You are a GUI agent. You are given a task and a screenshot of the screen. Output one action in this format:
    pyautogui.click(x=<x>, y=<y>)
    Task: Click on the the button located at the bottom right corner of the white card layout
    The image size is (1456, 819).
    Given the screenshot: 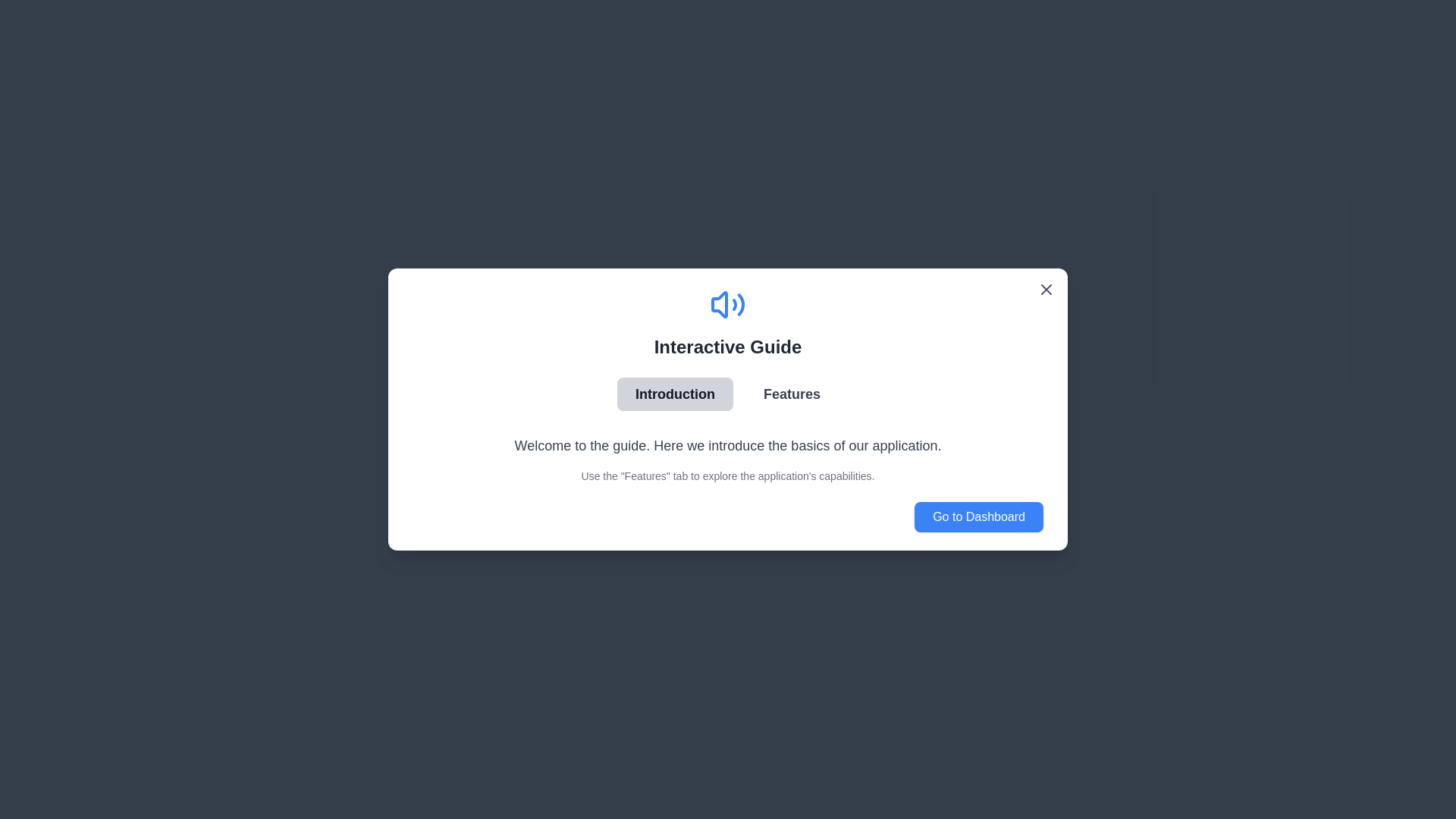 What is the action you would take?
    pyautogui.click(x=979, y=516)
    